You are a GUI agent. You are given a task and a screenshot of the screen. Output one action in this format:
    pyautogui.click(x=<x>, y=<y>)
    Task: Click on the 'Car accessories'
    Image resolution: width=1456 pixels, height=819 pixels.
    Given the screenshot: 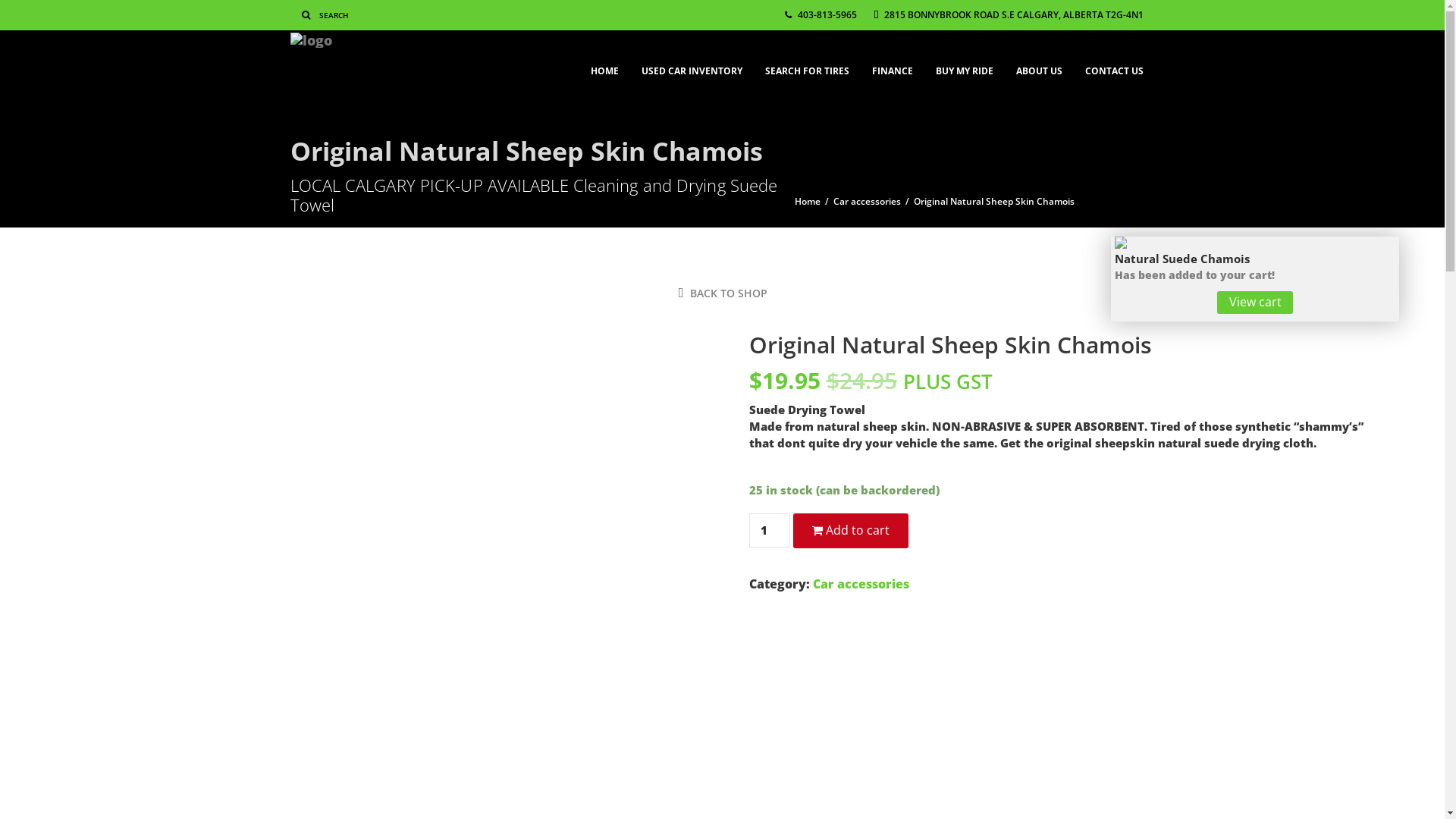 What is the action you would take?
    pyautogui.click(x=861, y=583)
    